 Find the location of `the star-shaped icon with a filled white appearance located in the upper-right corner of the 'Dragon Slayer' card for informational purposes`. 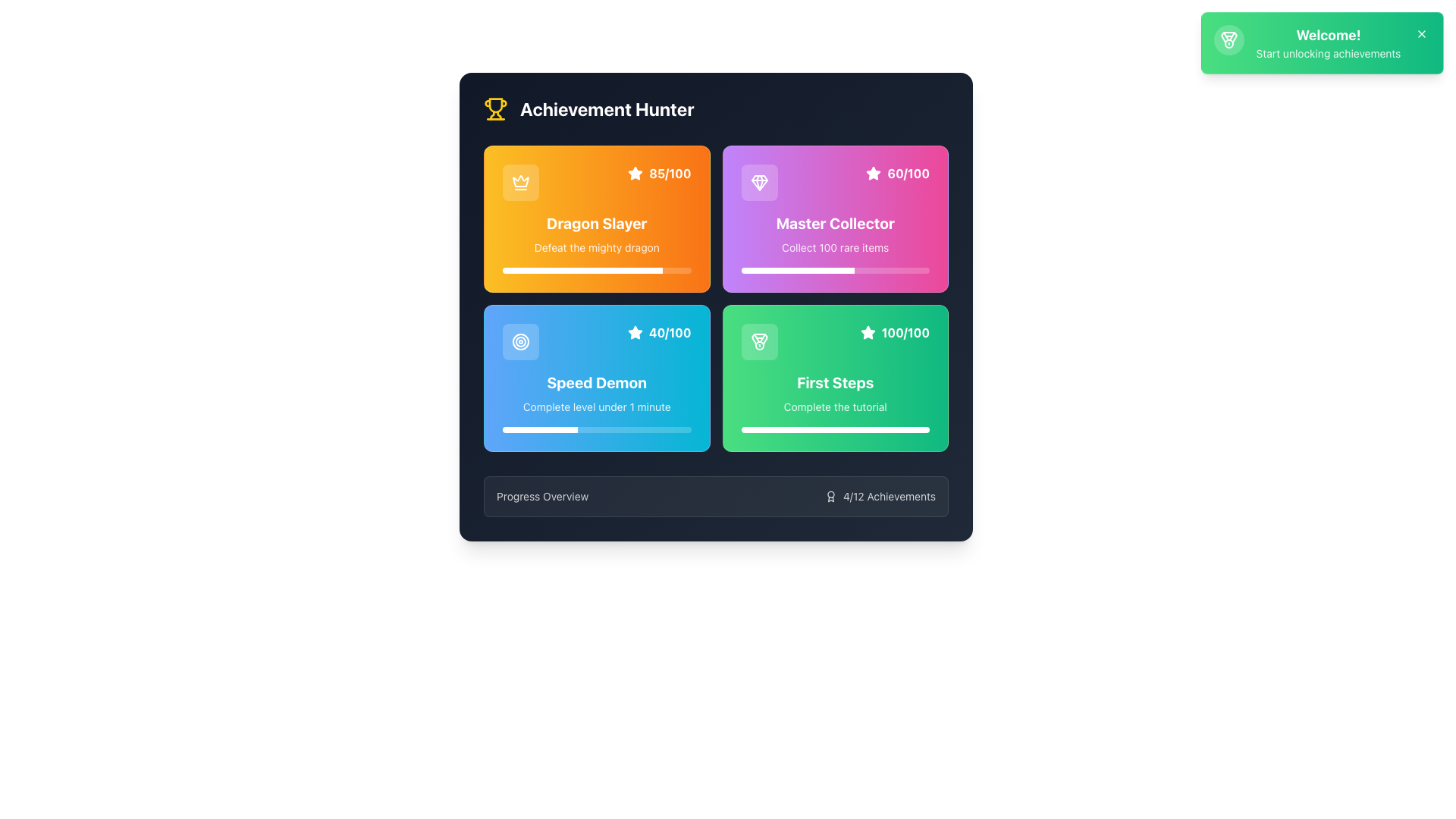

the star-shaped icon with a filled white appearance located in the upper-right corner of the 'Dragon Slayer' card for informational purposes is located at coordinates (635, 172).